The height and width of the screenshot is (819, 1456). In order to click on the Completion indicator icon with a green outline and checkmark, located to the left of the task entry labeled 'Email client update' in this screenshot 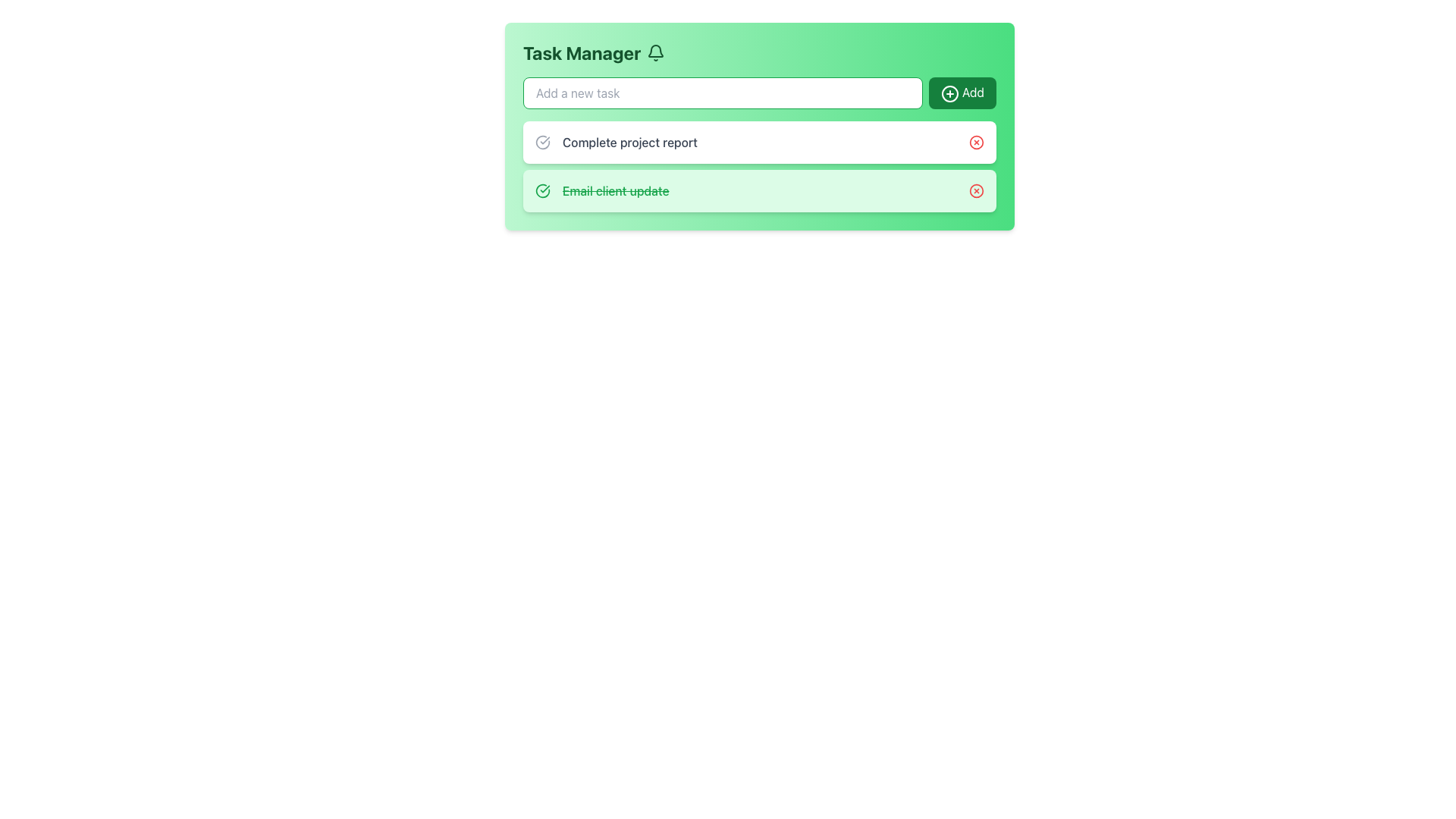, I will do `click(542, 190)`.